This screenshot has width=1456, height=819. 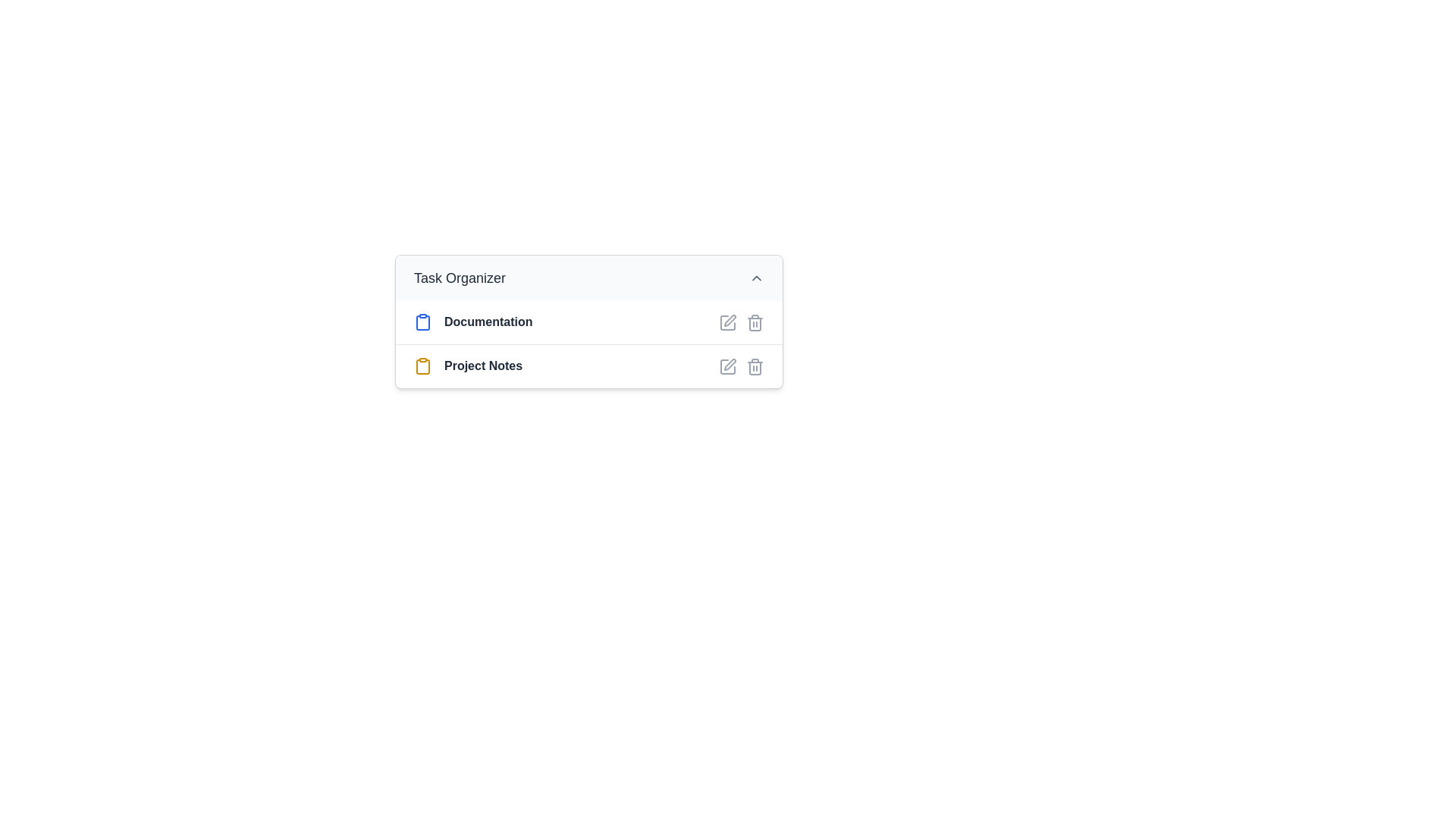 What do you see at coordinates (728, 321) in the screenshot?
I see `the editing control icon button for the 'Documentation' task located in the rightmost part of the row labeled 'Documentation' in the 'Task Organizer' section` at bounding box center [728, 321].